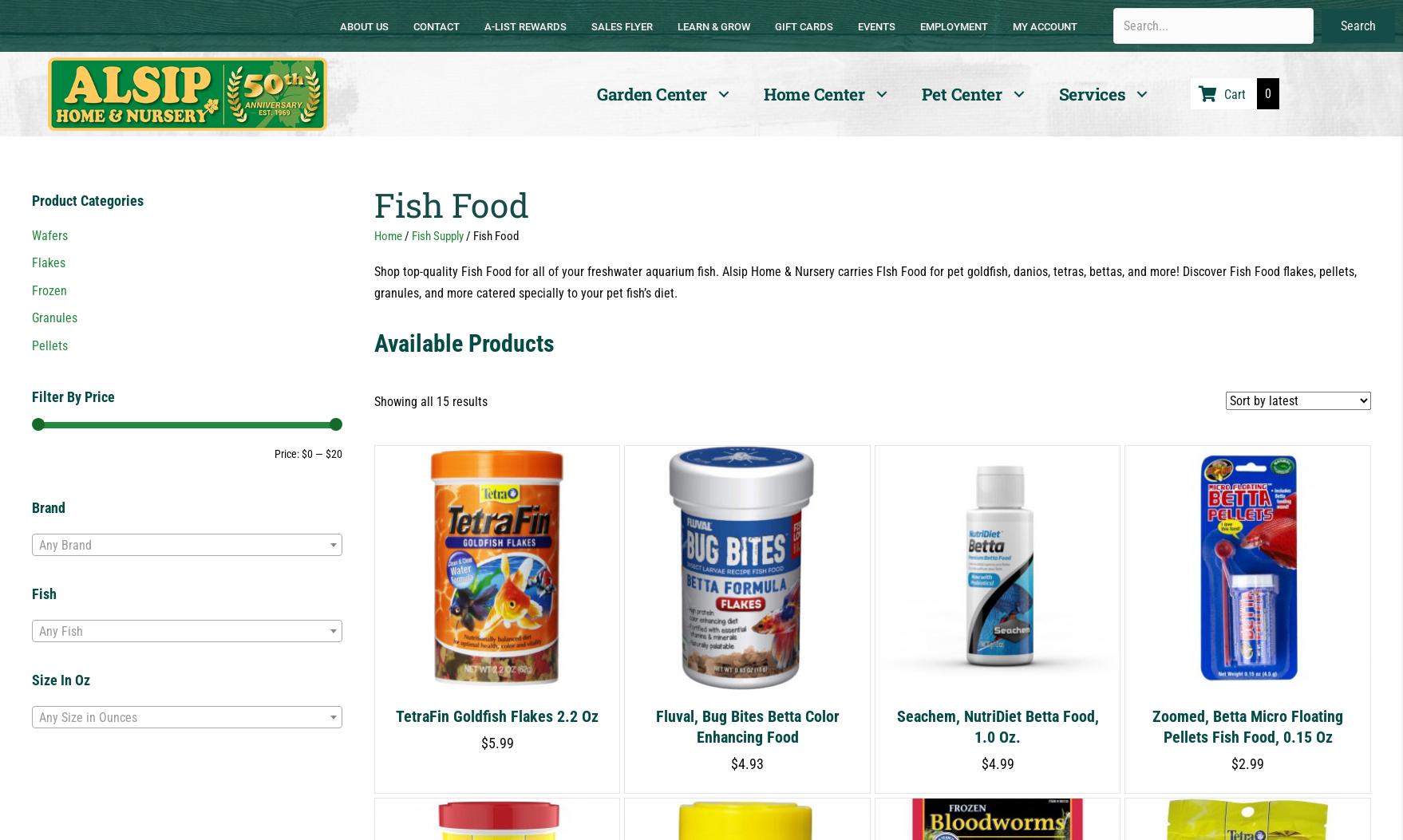 The width and height of the screenshot is (1403, 840). What do you see at coordinates (500, 743) in the screenshot?
I see `'5.99'` at bounding box center [500, 743].